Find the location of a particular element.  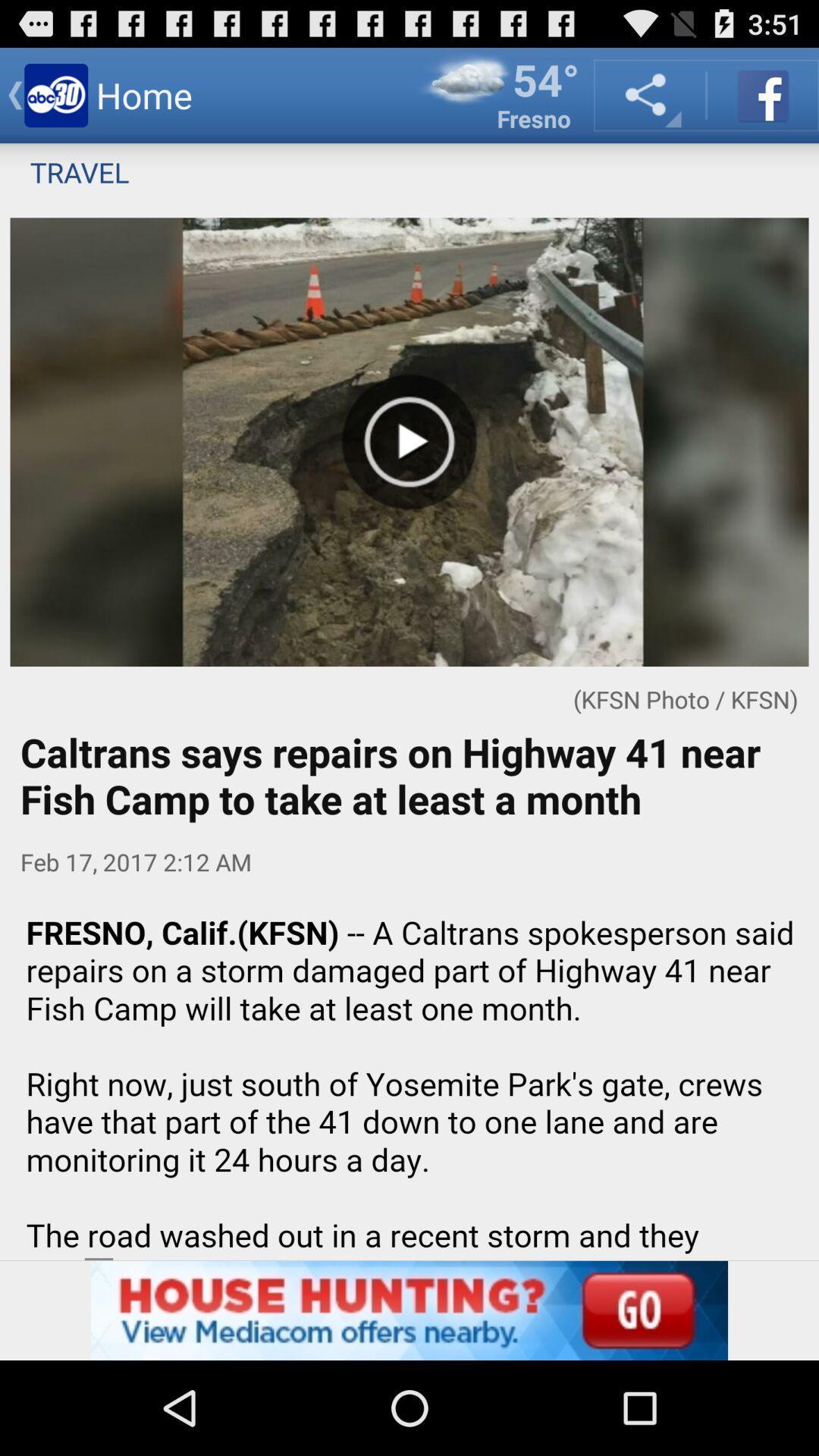

advertisement page is located at coordinates (409, 1310).